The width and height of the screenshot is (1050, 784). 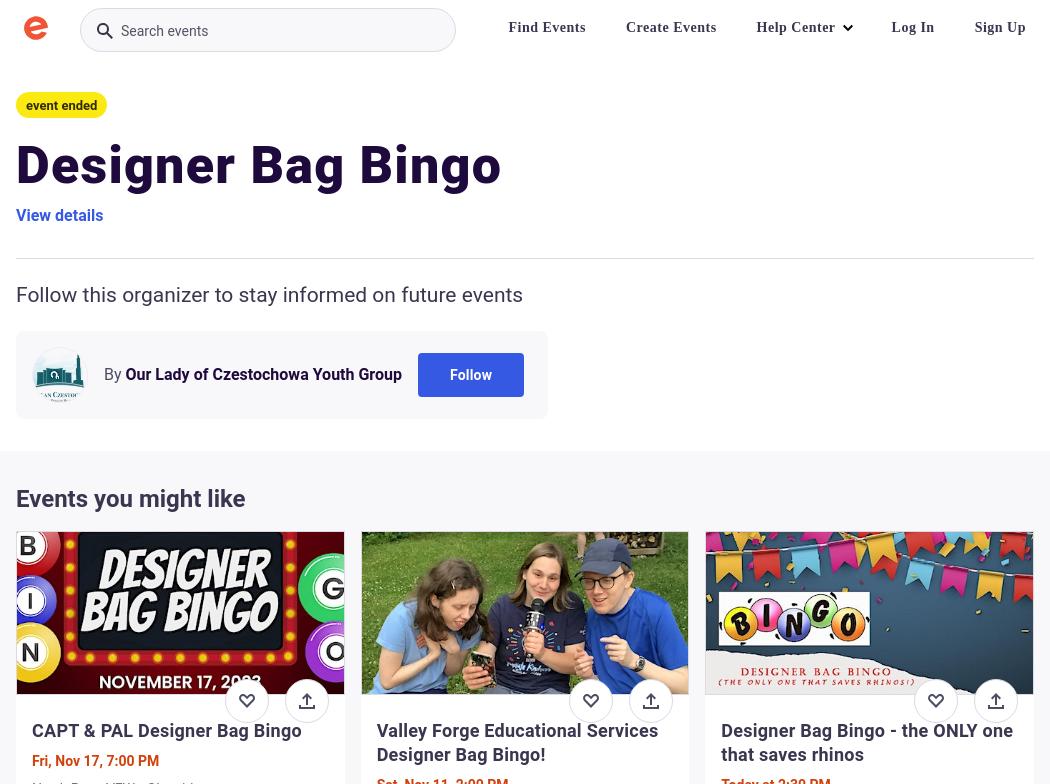 I want to click on 'Designer Bag Bingo - the ONLY one that saves rhinos', so click(x=720, y=742).